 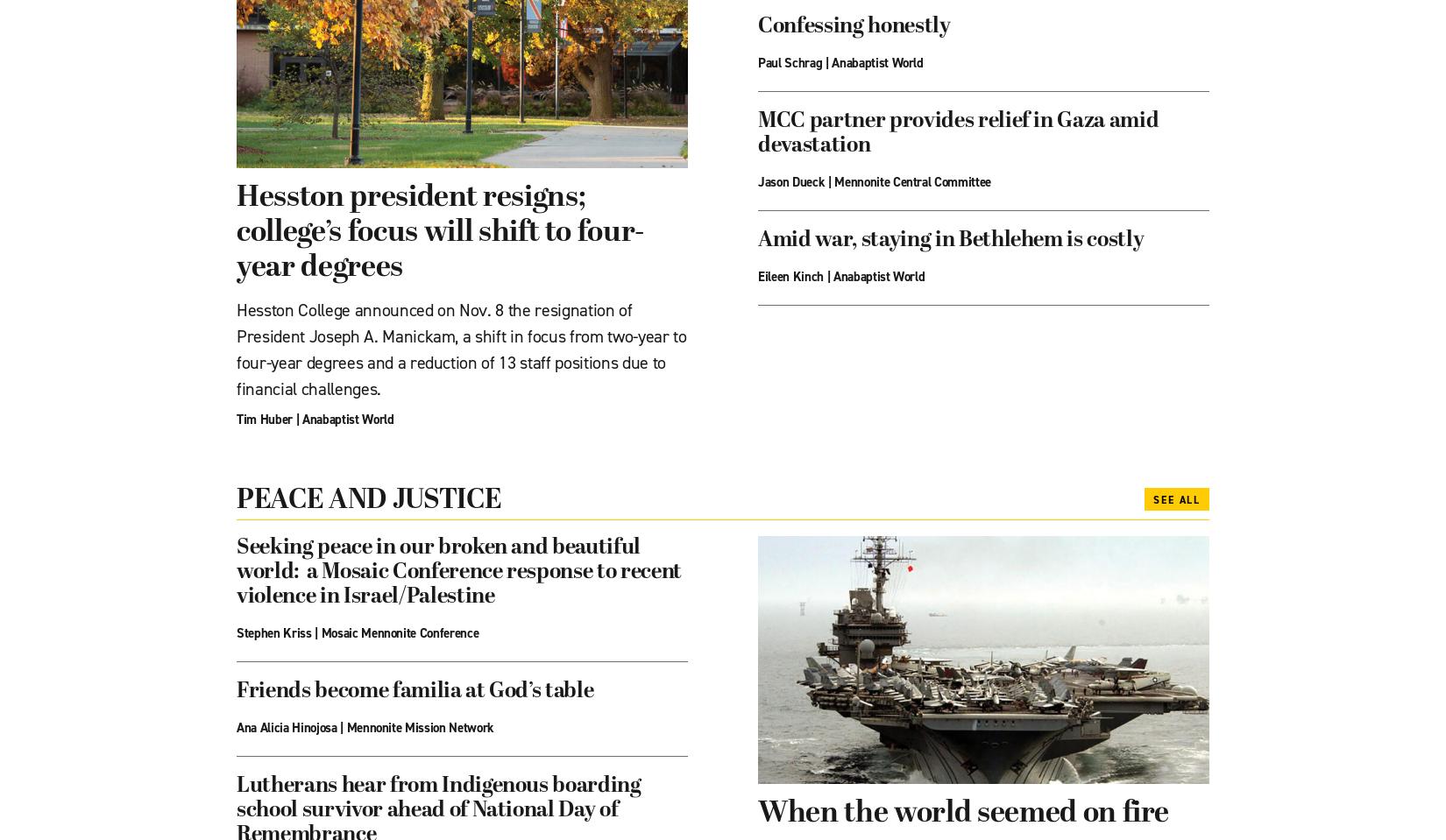 I want to click on 'Hesston president resigns; college’s focus will shift to four-year degrees', so click(x=439, y=233).